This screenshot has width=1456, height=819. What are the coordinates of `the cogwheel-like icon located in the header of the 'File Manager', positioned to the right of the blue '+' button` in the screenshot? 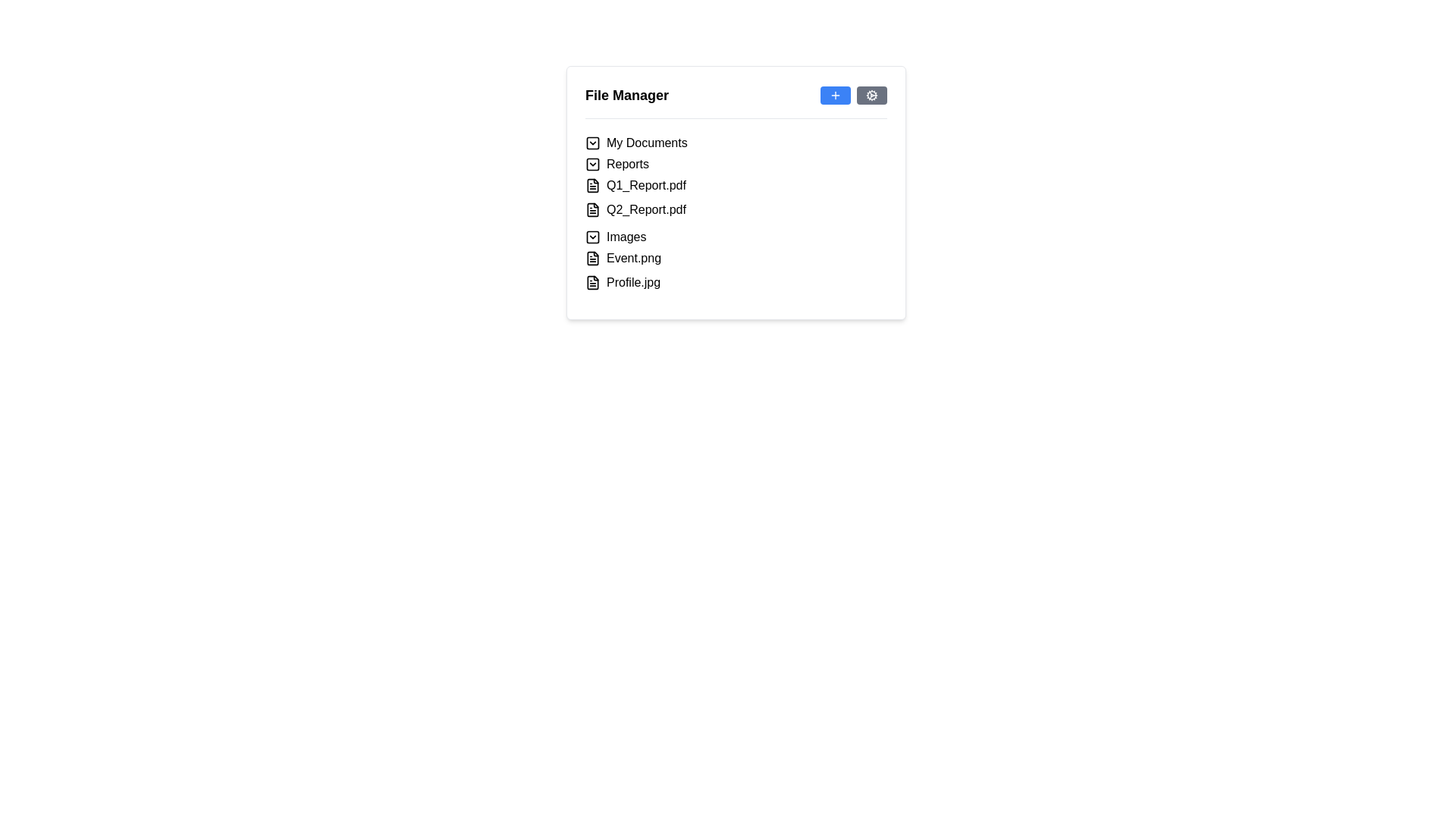 It's located at (872, 96).